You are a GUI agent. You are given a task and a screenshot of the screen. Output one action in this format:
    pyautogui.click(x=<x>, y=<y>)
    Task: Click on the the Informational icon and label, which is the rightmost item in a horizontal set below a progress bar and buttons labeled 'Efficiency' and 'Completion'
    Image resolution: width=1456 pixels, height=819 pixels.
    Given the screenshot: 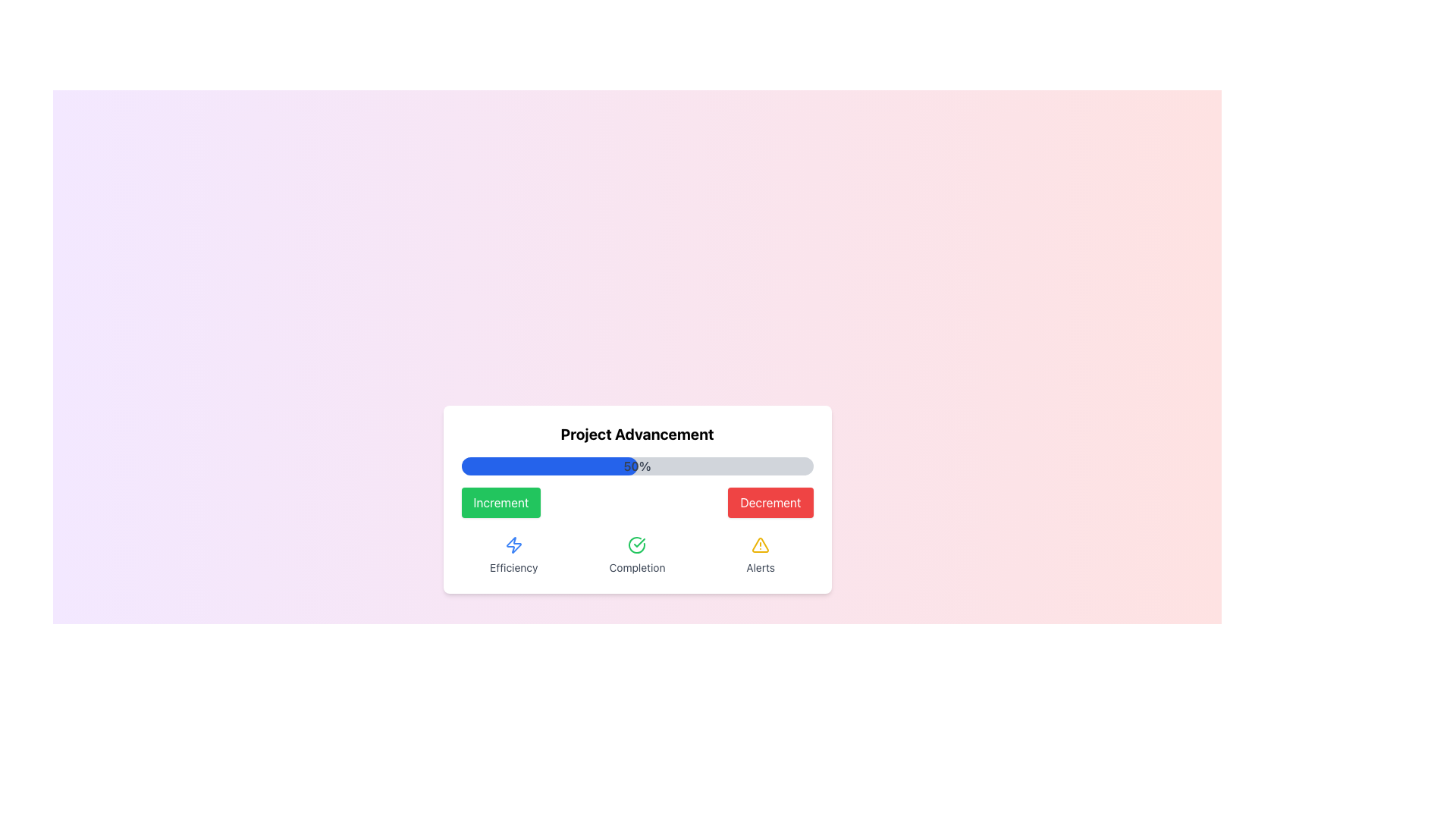 What is the action you would take?
    pyautogui.click(x=761, y=555)
    